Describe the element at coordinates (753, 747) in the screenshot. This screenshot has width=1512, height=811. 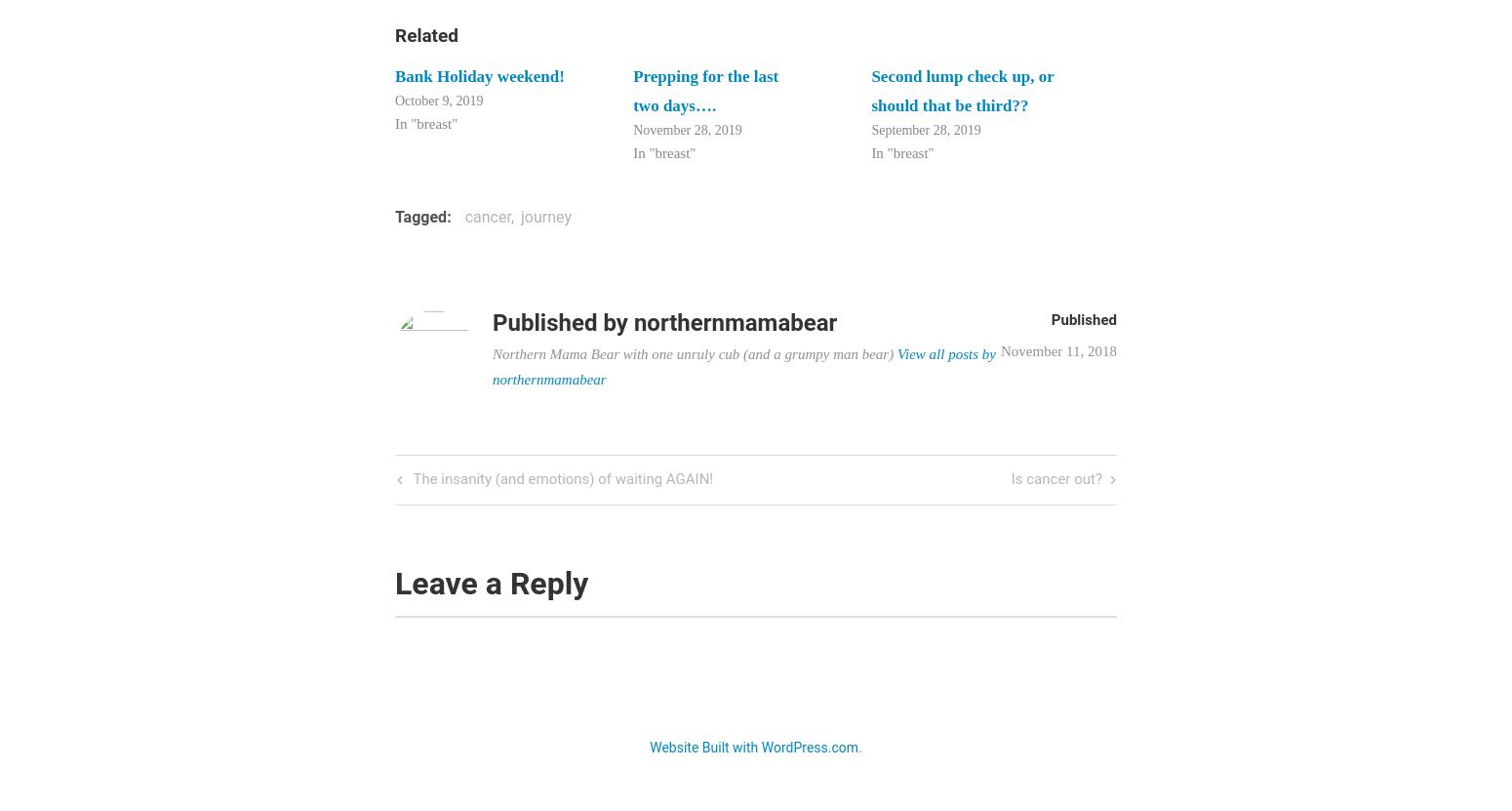
I see `'Website Built with WordPress.com'` at that location.